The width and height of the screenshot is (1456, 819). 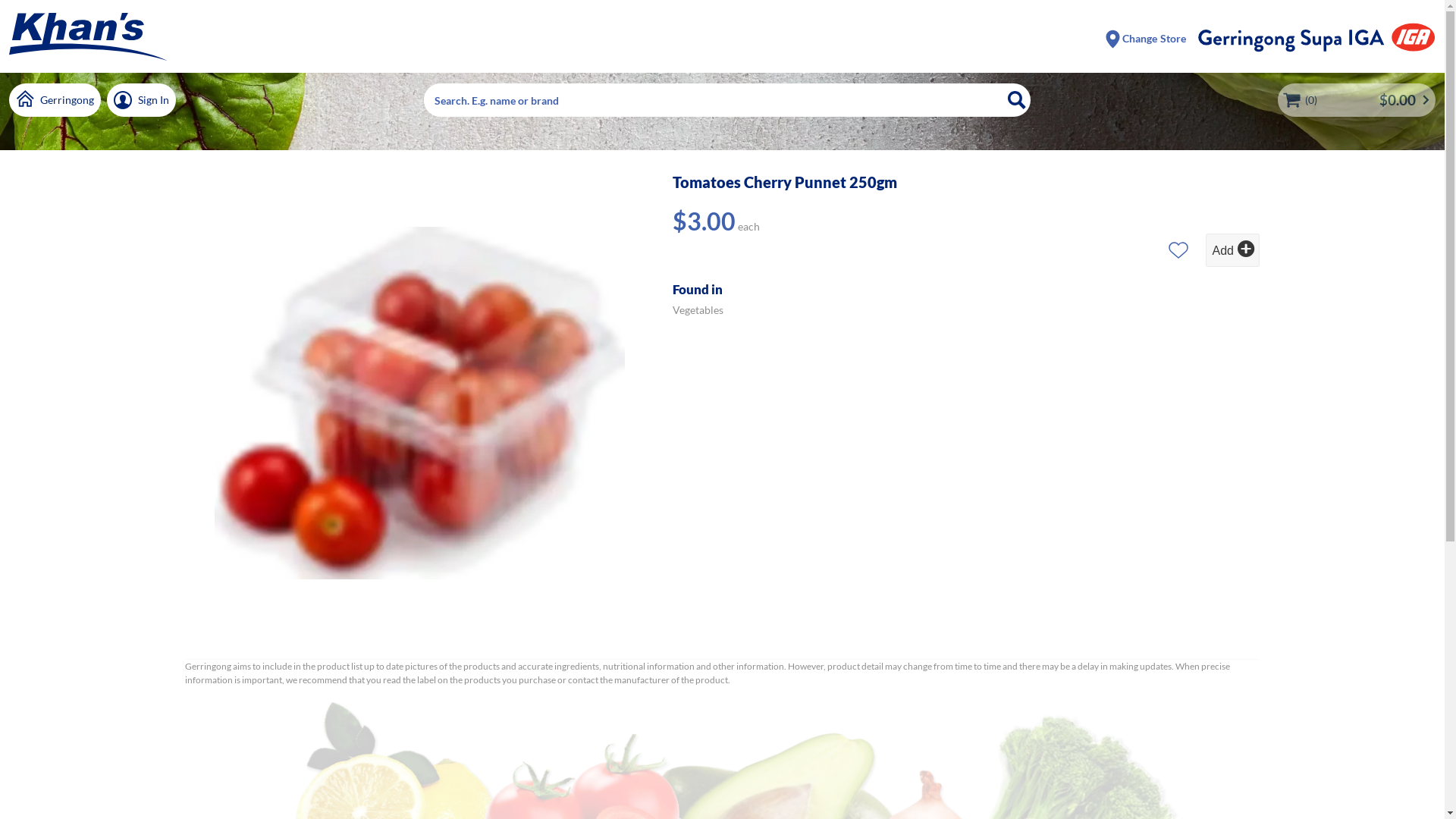 What do you see at coordinates (1015, 99) in the screenshot?
I see `'Search'` at bounding box center [1015, 99].